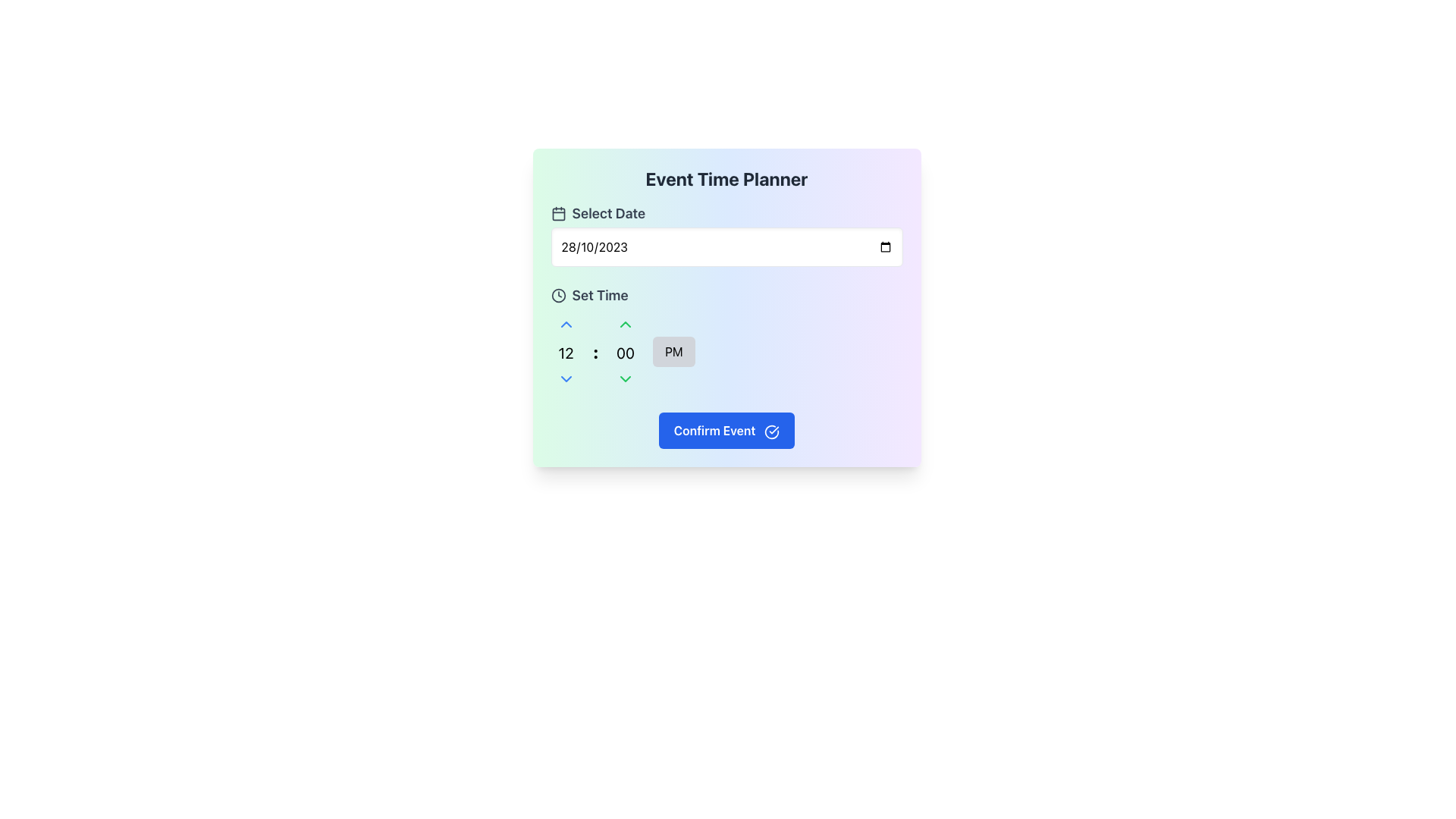 This screenshot has width=1456, height=819. I want to click on the circular SVG graphic that represents the main boundary of the clock illustration in the 'Set Time' section of the 'Event Time Planner' card, so click(557, 295).